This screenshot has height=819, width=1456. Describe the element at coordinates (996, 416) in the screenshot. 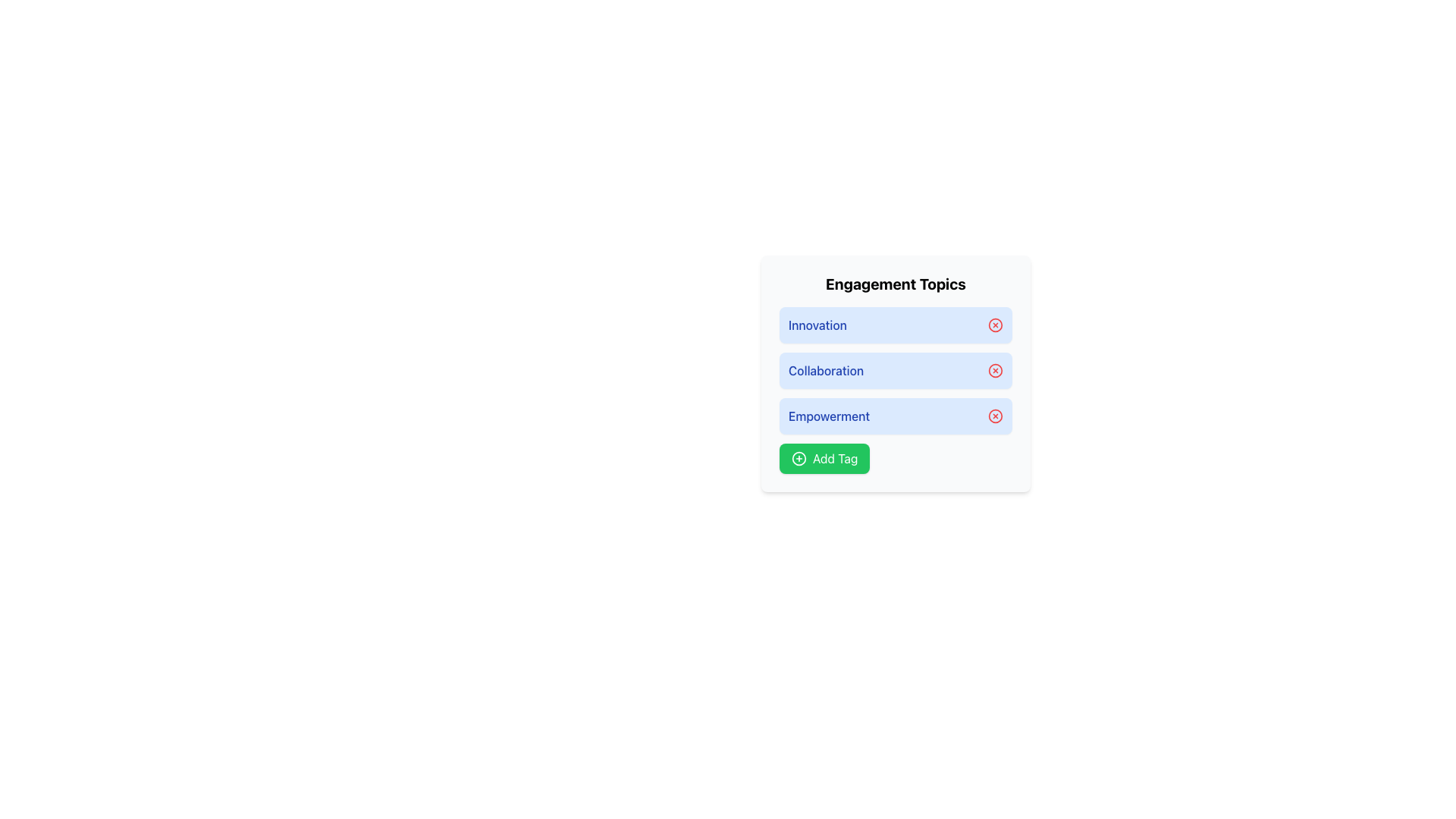

I see `the circular 'X' icon located in the bottom row of interactive controls` at that location.